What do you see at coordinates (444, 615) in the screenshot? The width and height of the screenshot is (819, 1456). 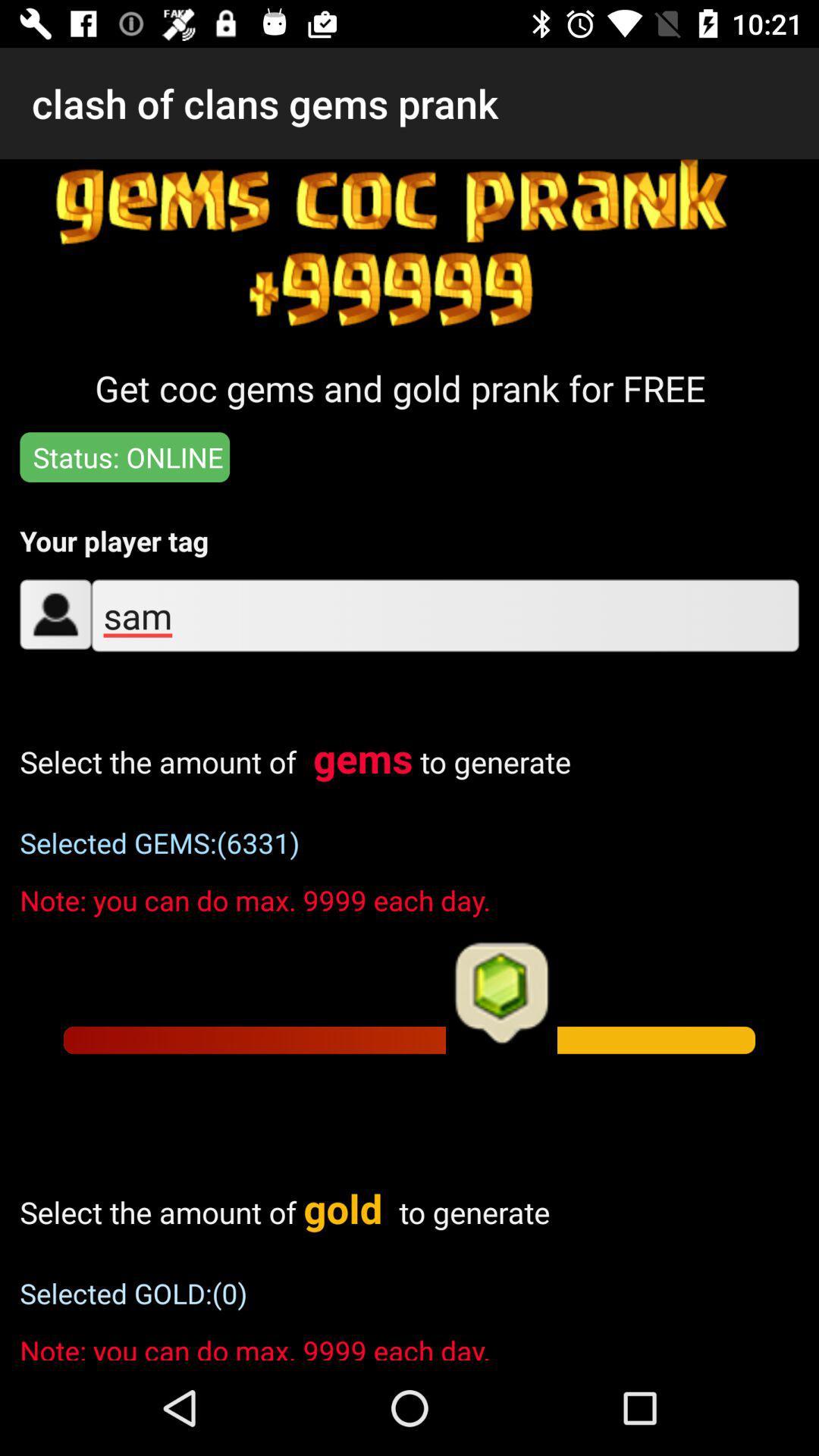 I see `icon above the  gems item` at bounding box center [444, 615].